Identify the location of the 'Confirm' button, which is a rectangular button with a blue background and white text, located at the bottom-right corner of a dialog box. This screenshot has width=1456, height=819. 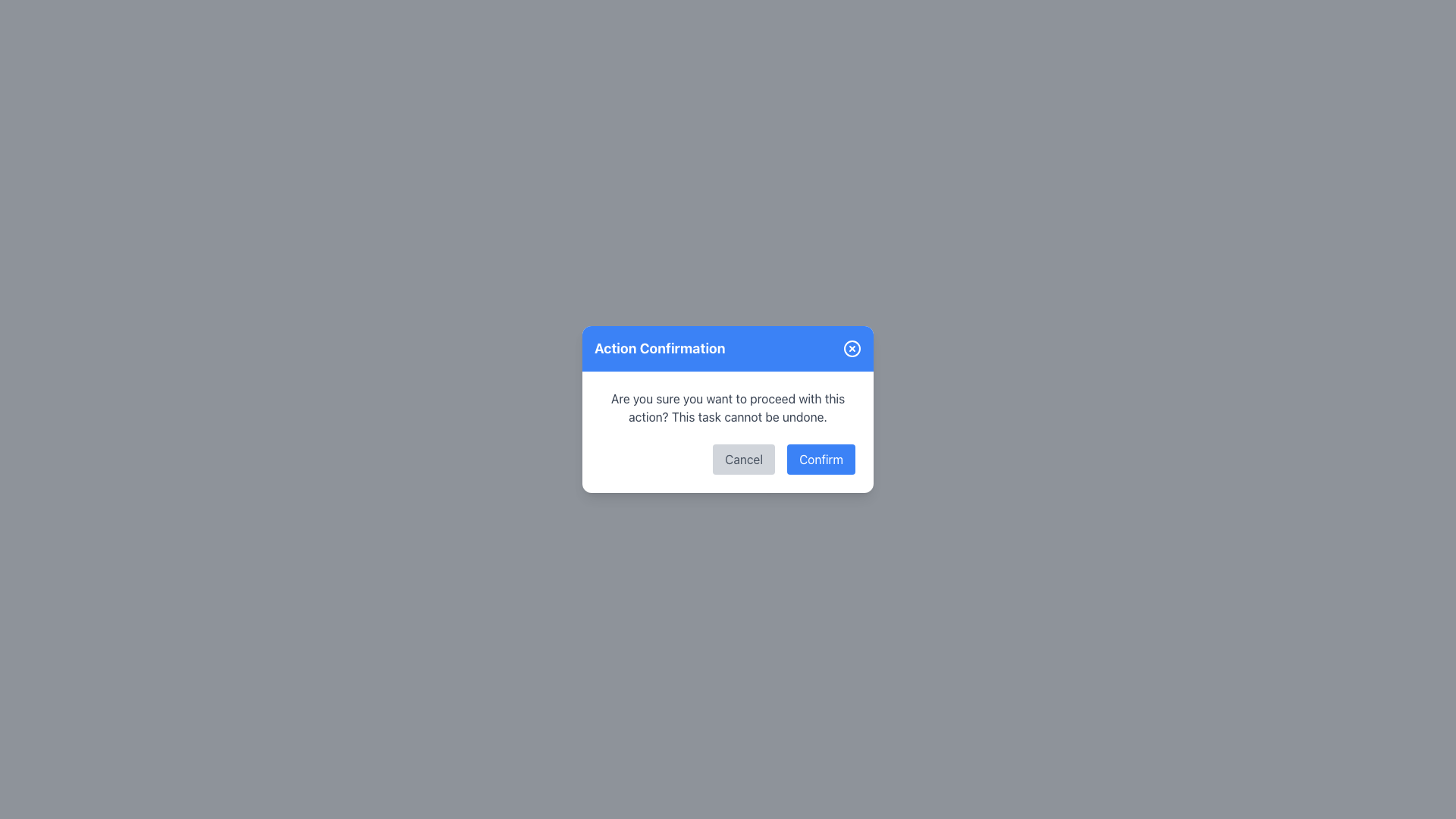
(821, 458).